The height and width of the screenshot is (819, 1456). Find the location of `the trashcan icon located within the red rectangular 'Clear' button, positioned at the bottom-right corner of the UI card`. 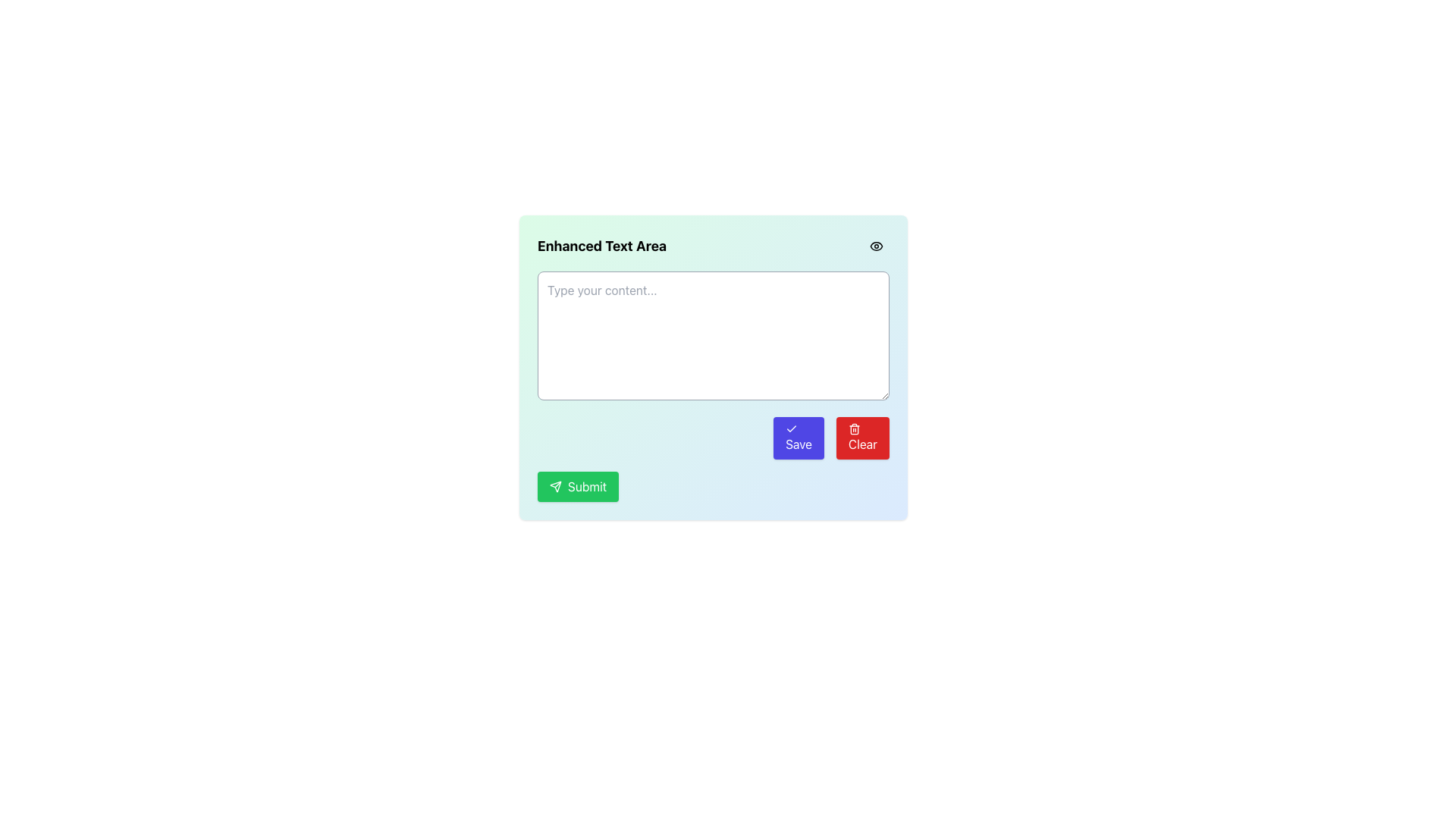

the trashcan icon located within the red rectangular 'Clear' button, positioned at the bottom-right corner of the UI card is located at coordinates (855, 429).